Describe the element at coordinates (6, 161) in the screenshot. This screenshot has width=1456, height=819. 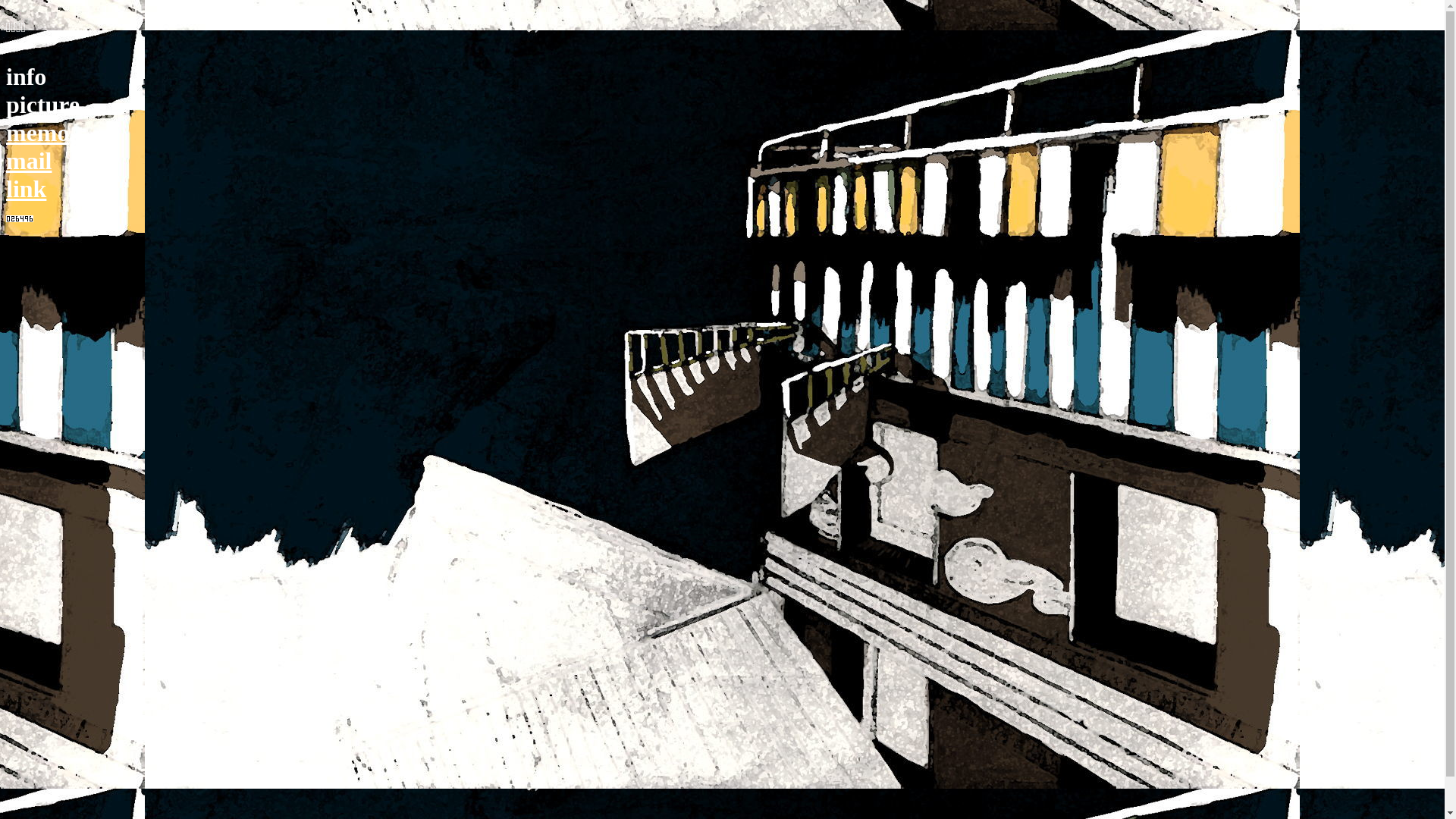
I see `'mail'` at that location.